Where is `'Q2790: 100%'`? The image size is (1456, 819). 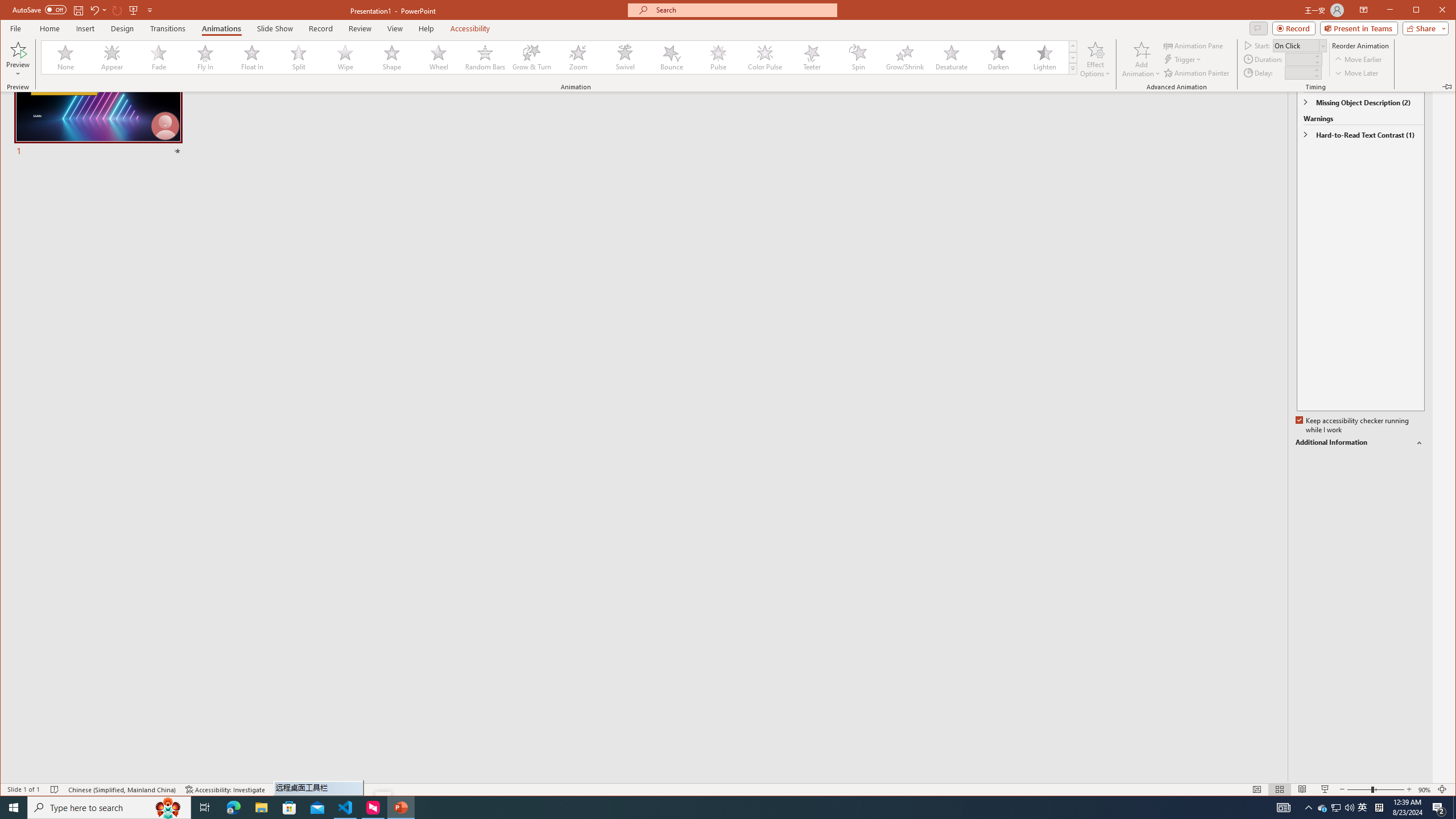
'Q2790: 100%' is located at coordinates (1349, 806).